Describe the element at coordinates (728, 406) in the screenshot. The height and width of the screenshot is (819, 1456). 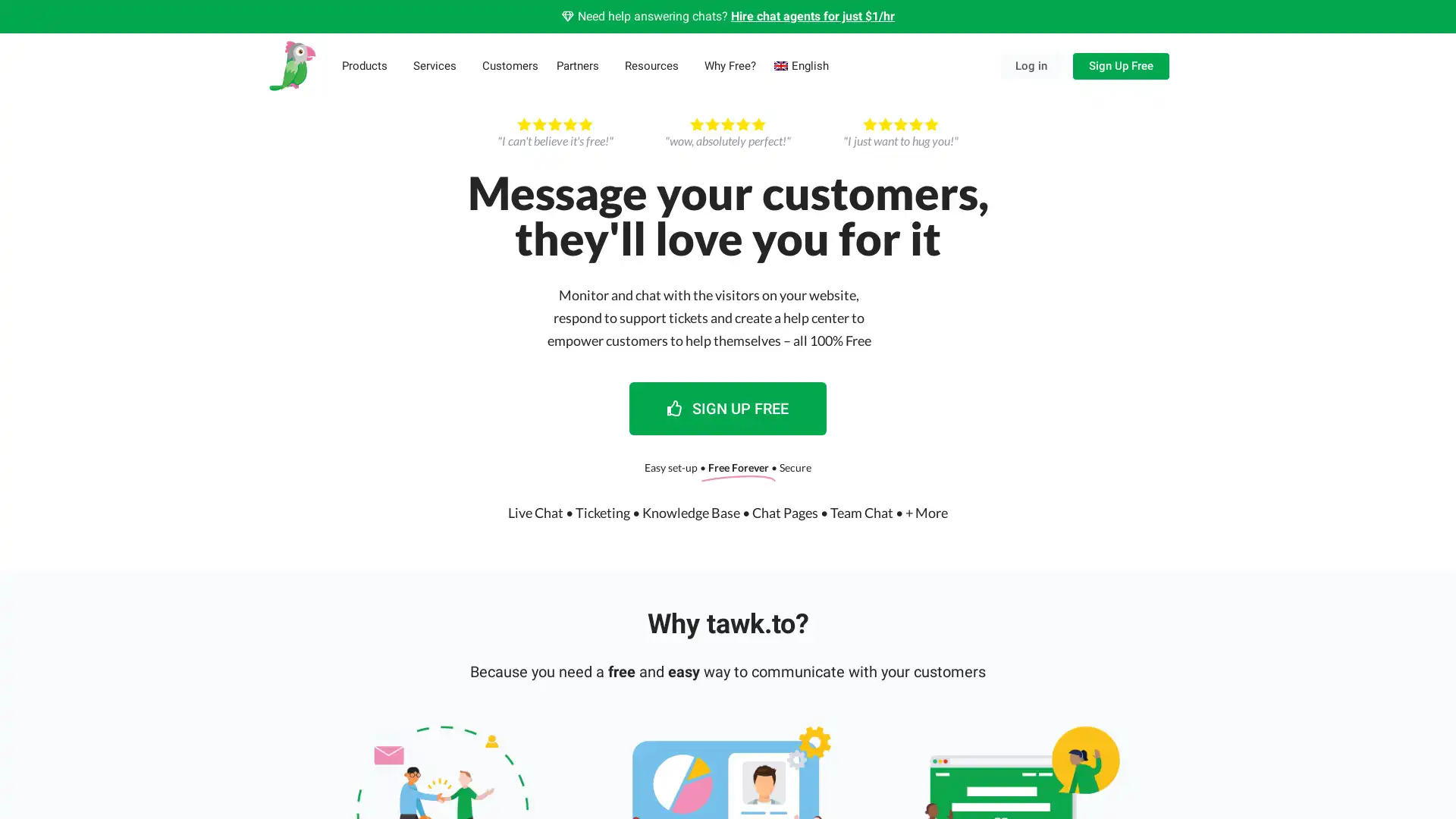
I see `SIGN UP FREE` at that location.